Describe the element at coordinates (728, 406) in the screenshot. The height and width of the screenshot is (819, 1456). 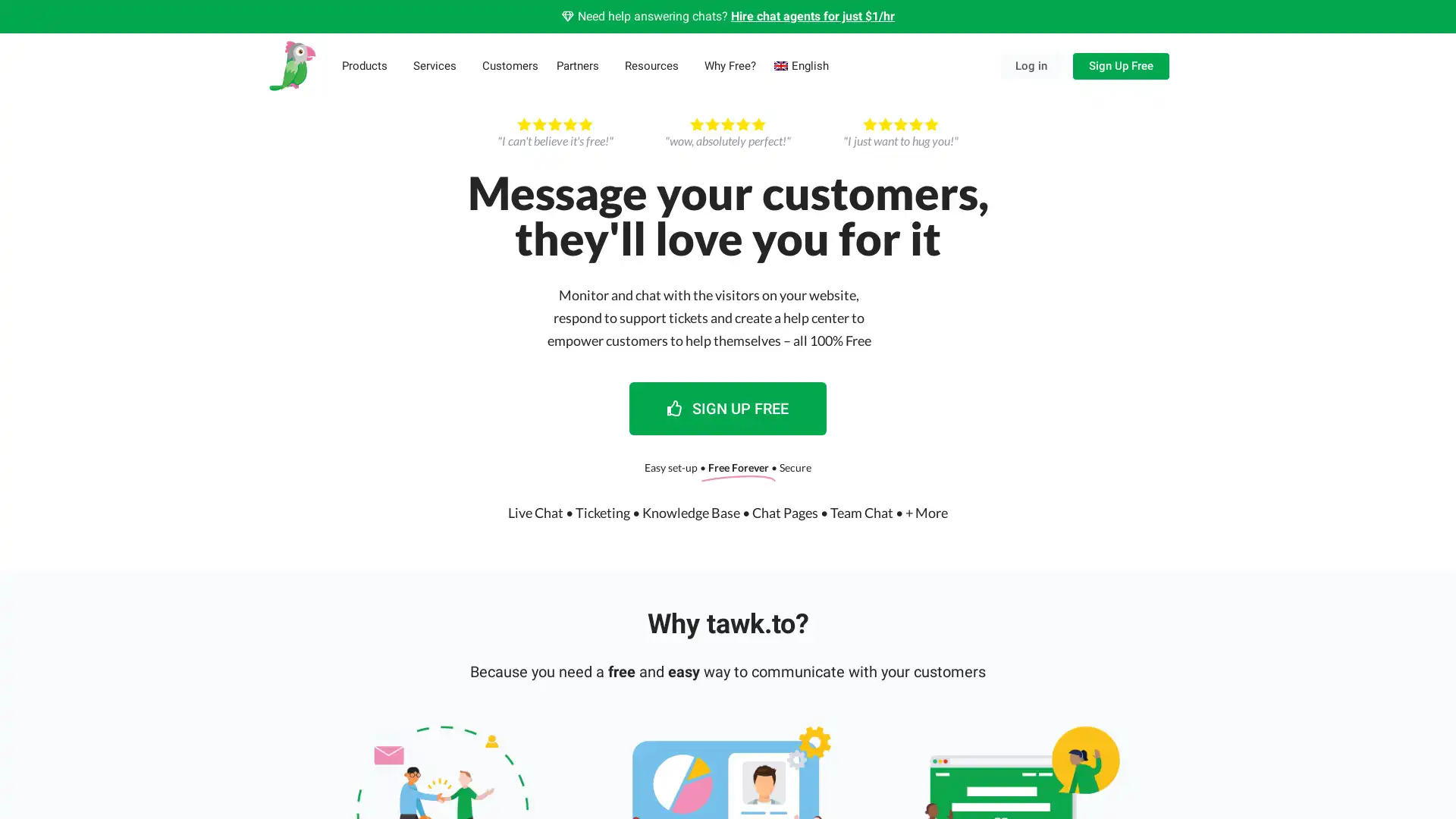
I see `SIGN UP FREE` at that location.